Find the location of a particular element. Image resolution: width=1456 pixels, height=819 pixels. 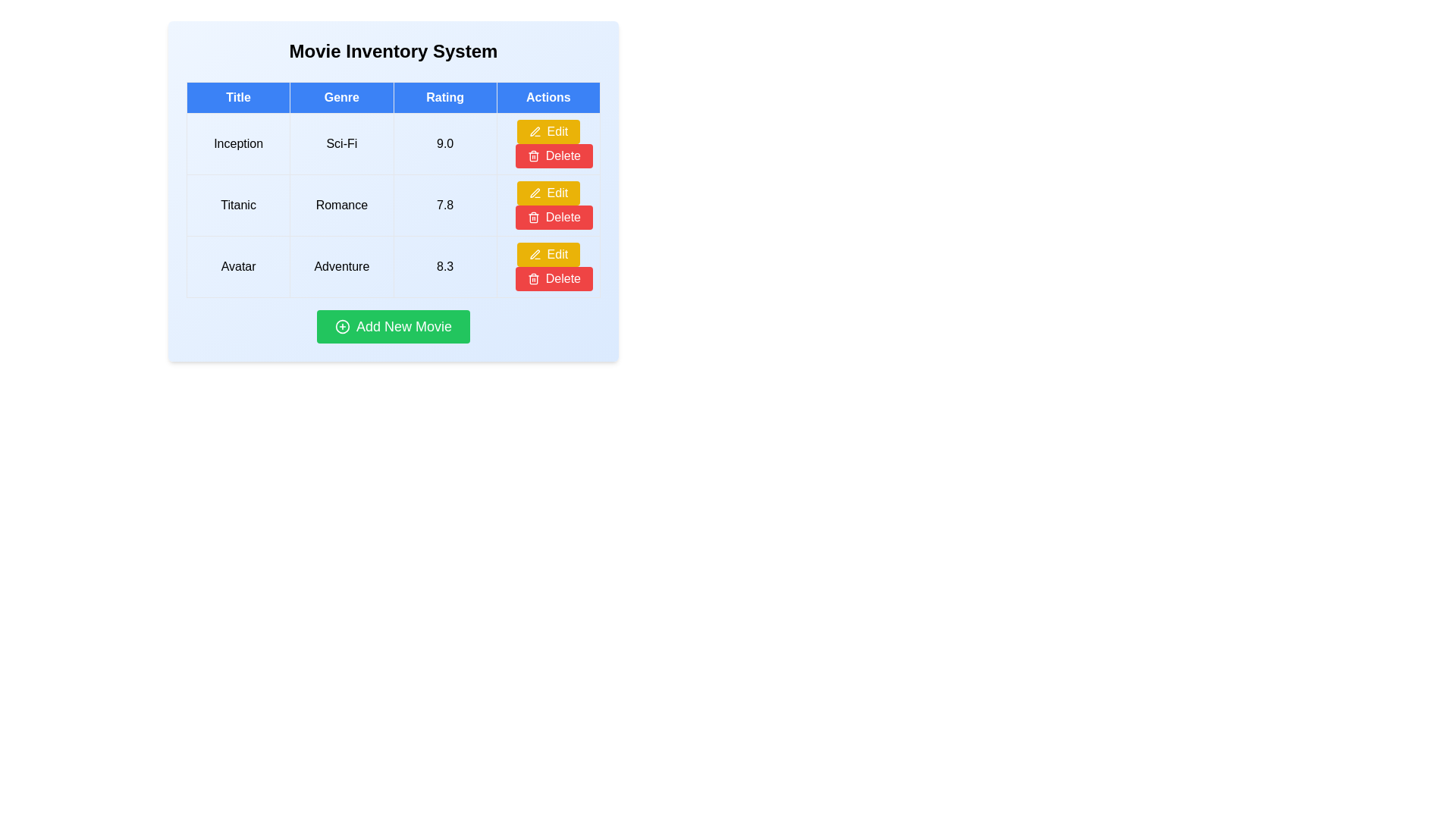

the Table Header that labels the column for movie genres, which is the second header in a row between 'Title' and 'Rating' is located at coordinates (340, 97).